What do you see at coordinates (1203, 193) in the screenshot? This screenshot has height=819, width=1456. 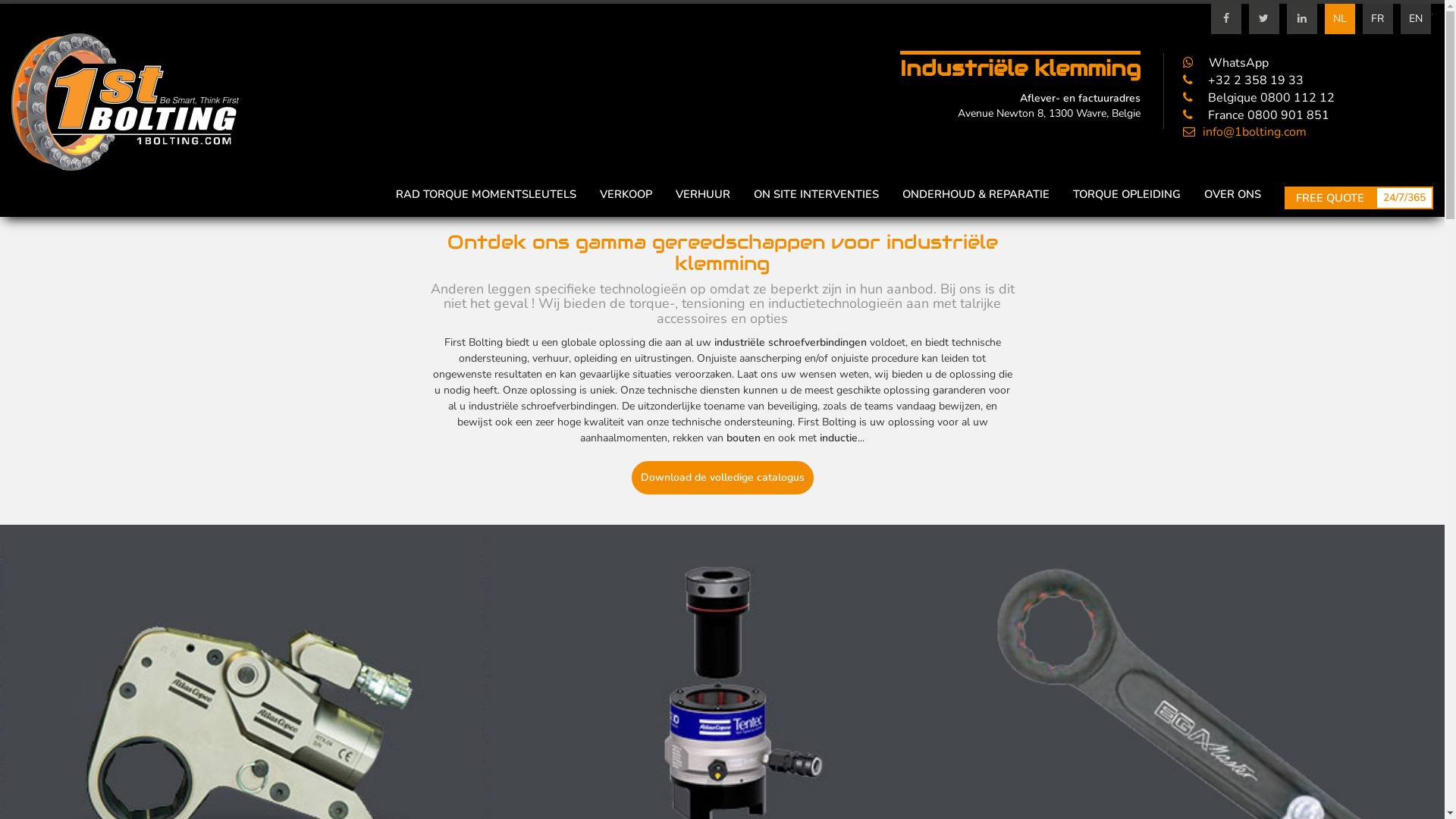 I see `'OVER ONS'` at bounding box center [1203, 193].